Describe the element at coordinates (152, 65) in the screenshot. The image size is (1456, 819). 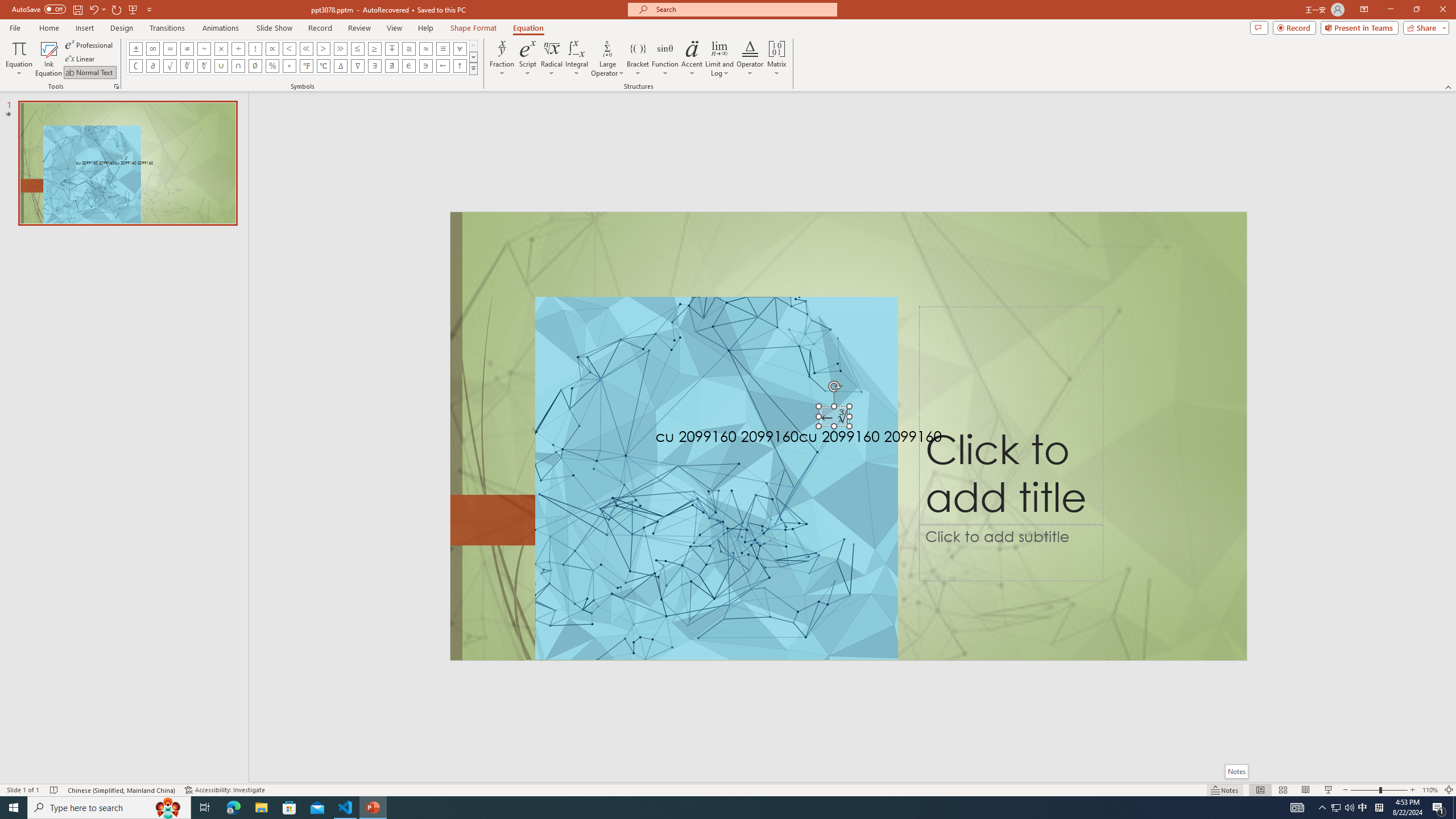
I see `'Equation Symbol Partial Differential'` at that location.